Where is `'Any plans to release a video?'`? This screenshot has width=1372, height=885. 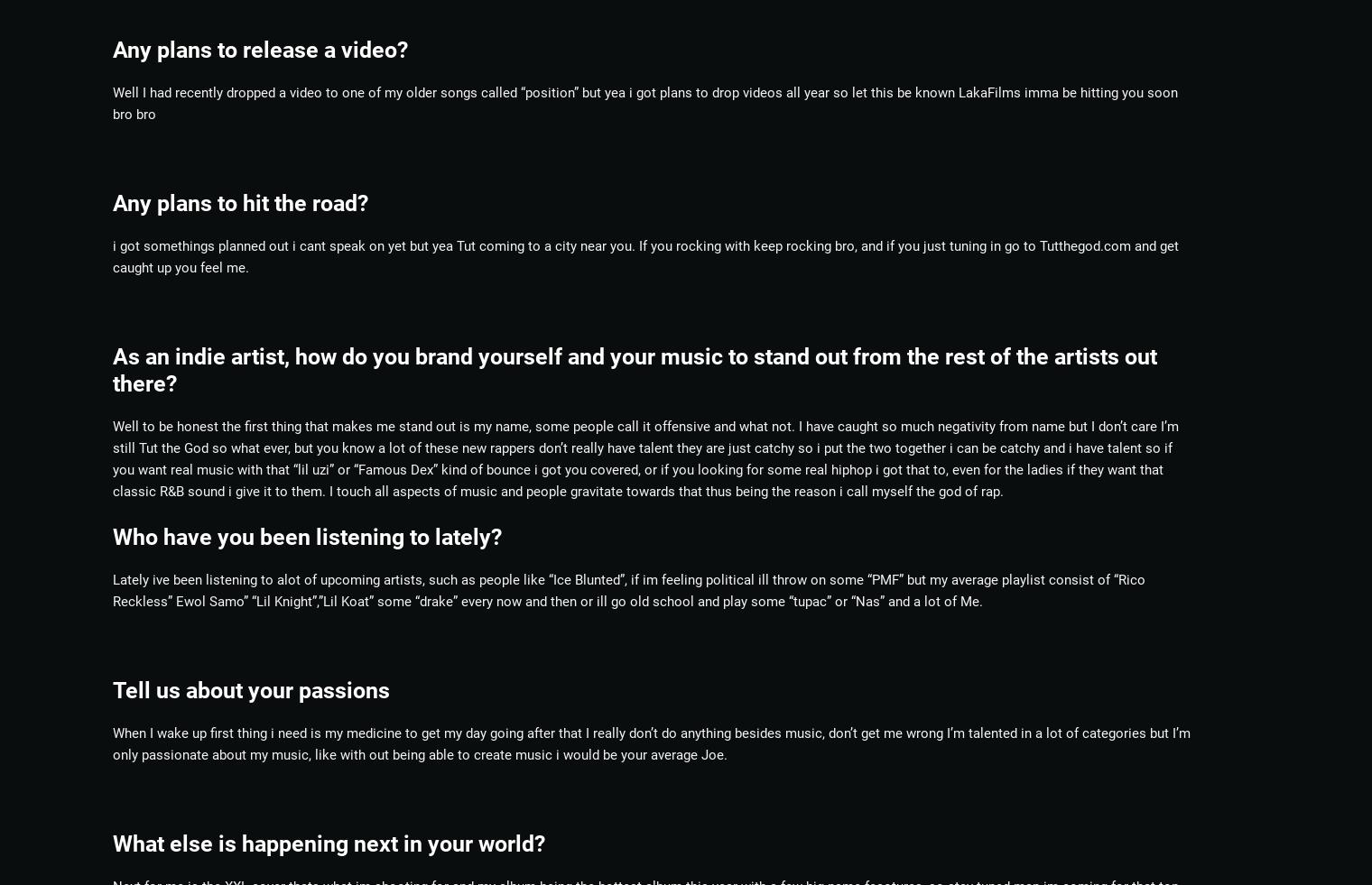 'Any plans to release a video?' is located at coordinates (260, 48).